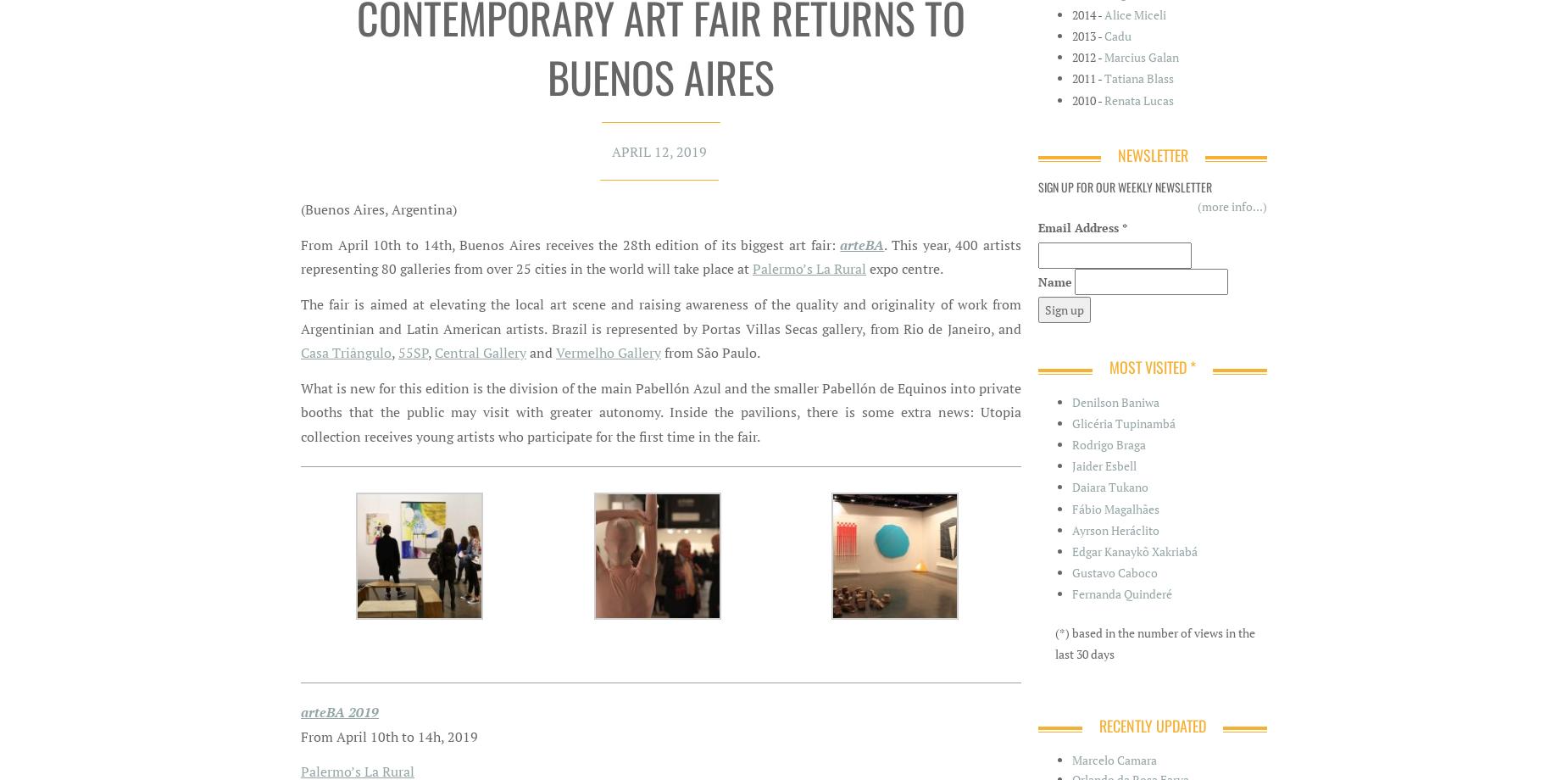 Image resolution: width=1568 pixels, height=780 pixels. I want to click on 'Fábio Magalhães', so click(1115, 507).